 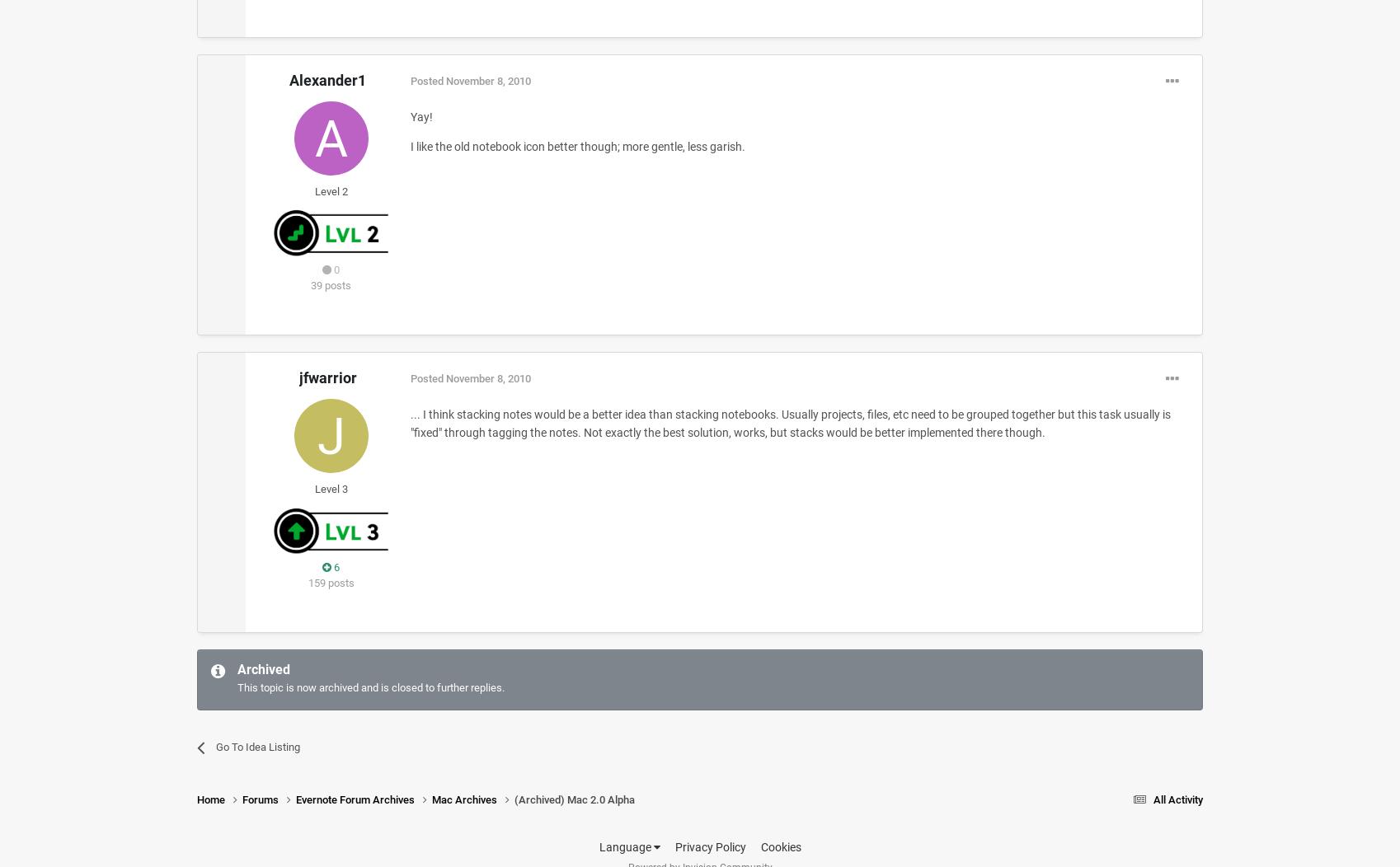 What do you see at coordinates (236, 669) in the screenshot?
I see `'Archived'` at bounding box center [236, 669].